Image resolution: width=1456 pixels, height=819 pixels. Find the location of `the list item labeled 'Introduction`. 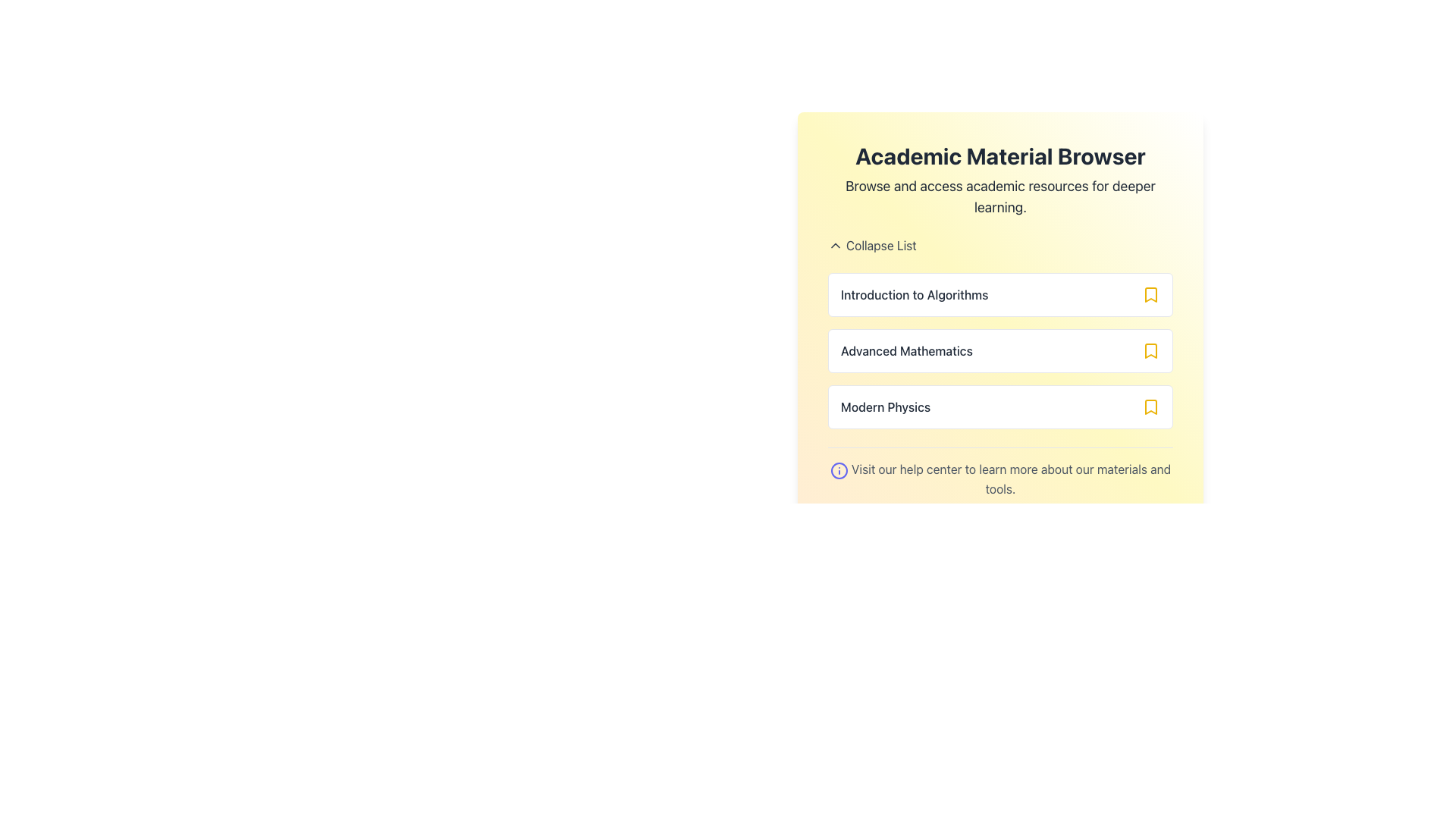

the list item labeled 'Introduction is located at coordinates (1000, 298).